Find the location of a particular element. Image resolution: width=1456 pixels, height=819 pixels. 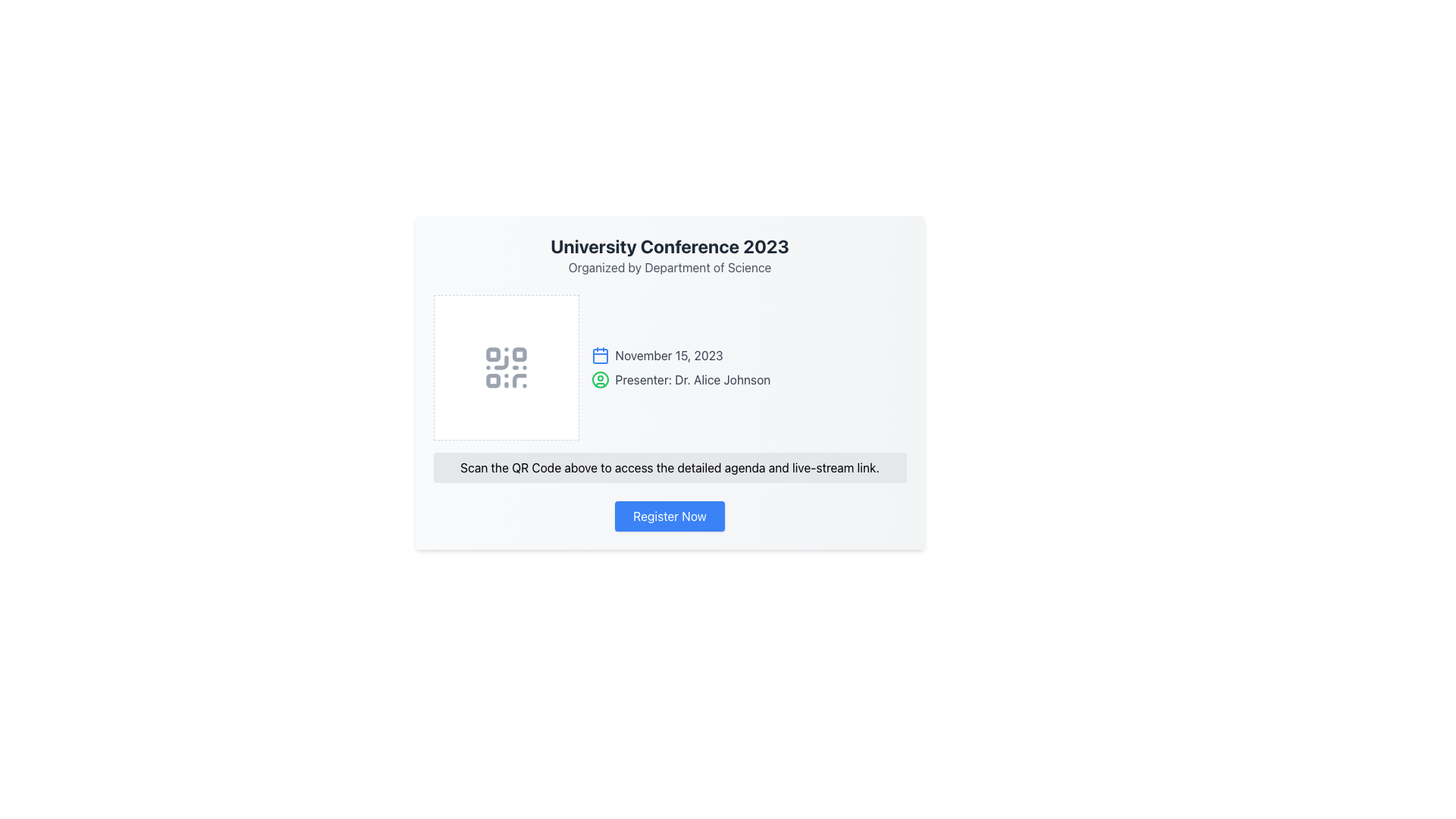

text 'University Conference 2023' displayed in bold, large, sans-serif font at the top section of the interface is located at coordinates (669, 245).